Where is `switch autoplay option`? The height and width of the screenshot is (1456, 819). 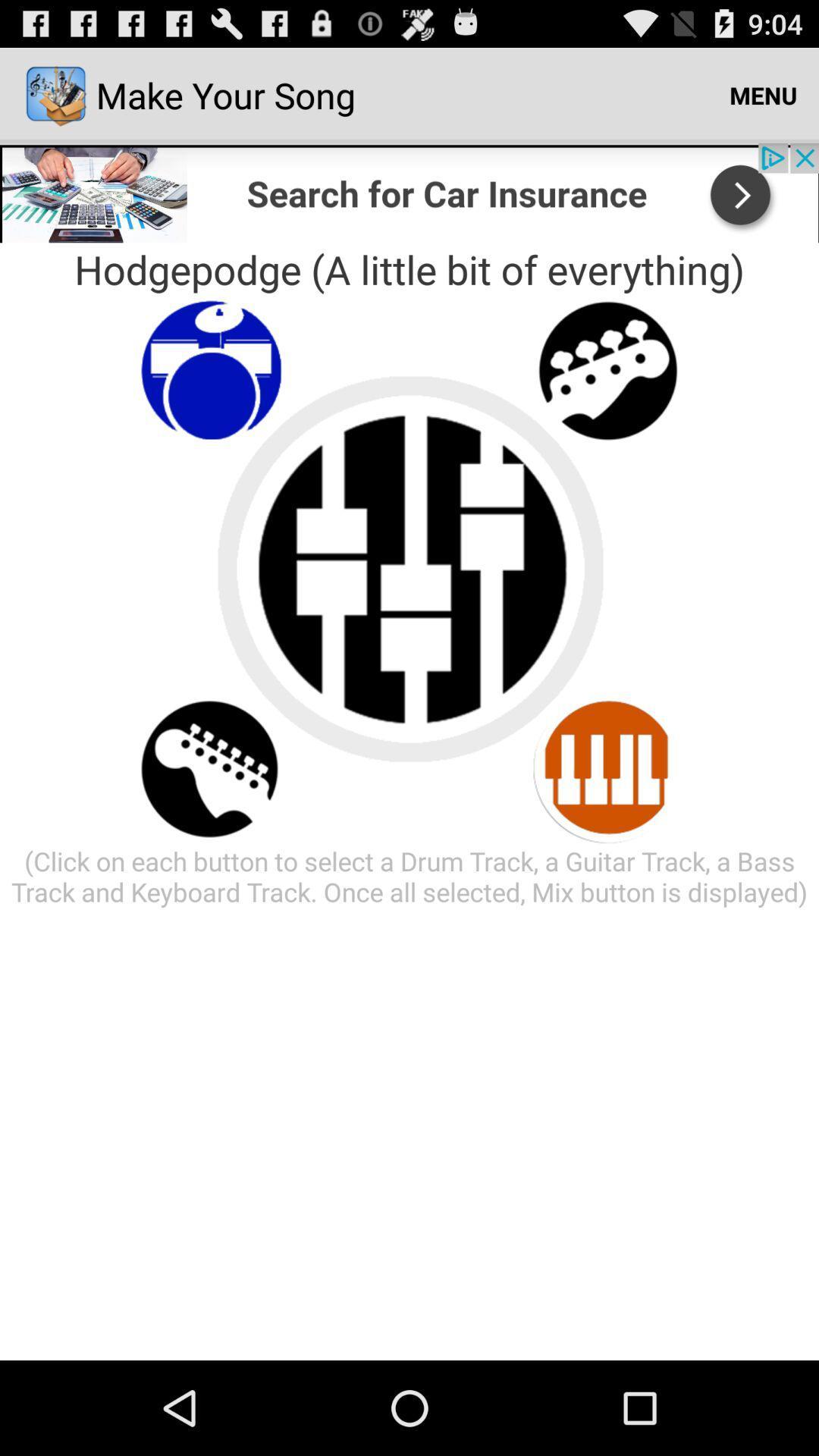 switch autoplay option is located at coordinates (607, 768).